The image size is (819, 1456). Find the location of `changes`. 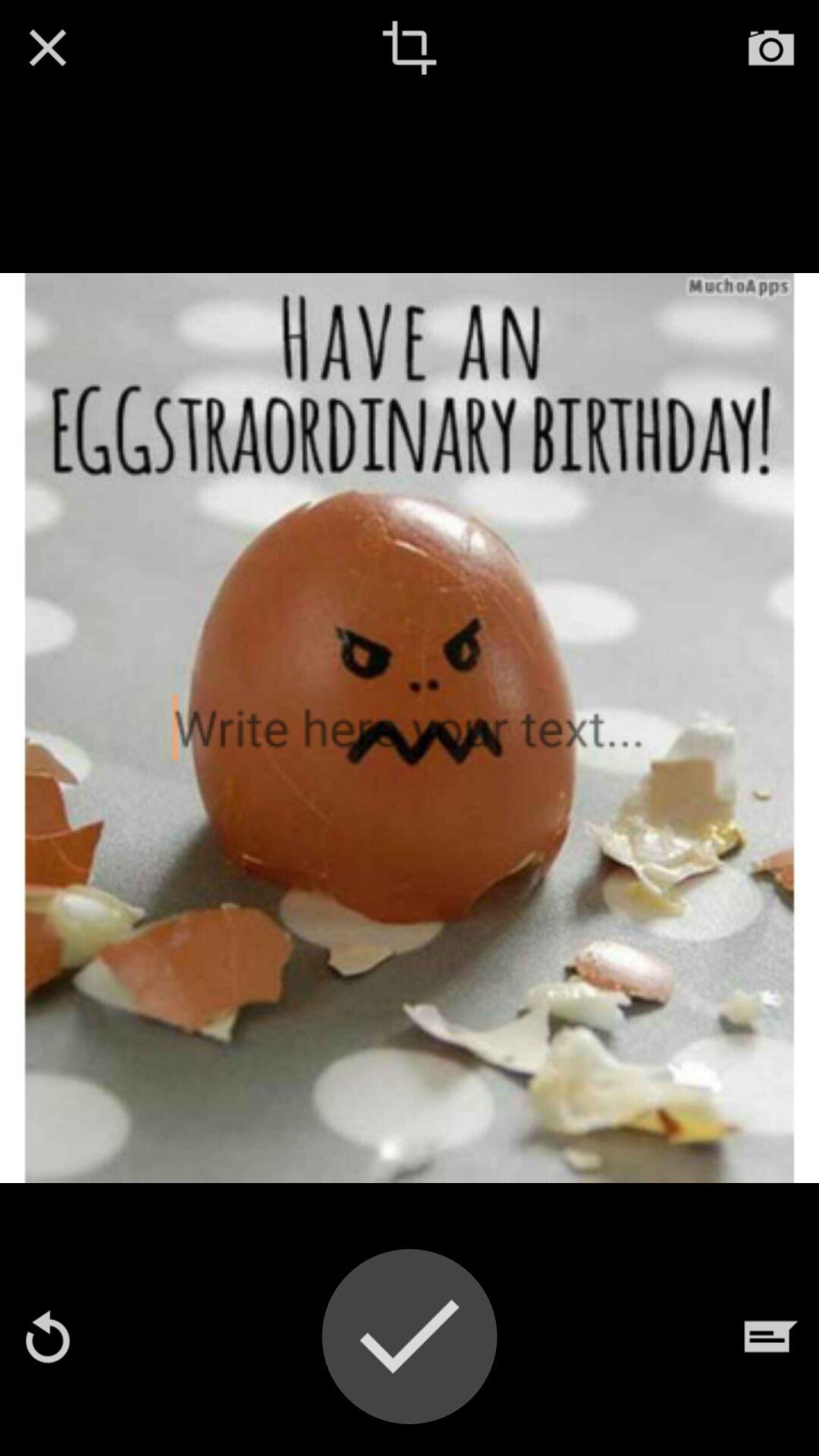

changes is located at coordinates (409, 1336).